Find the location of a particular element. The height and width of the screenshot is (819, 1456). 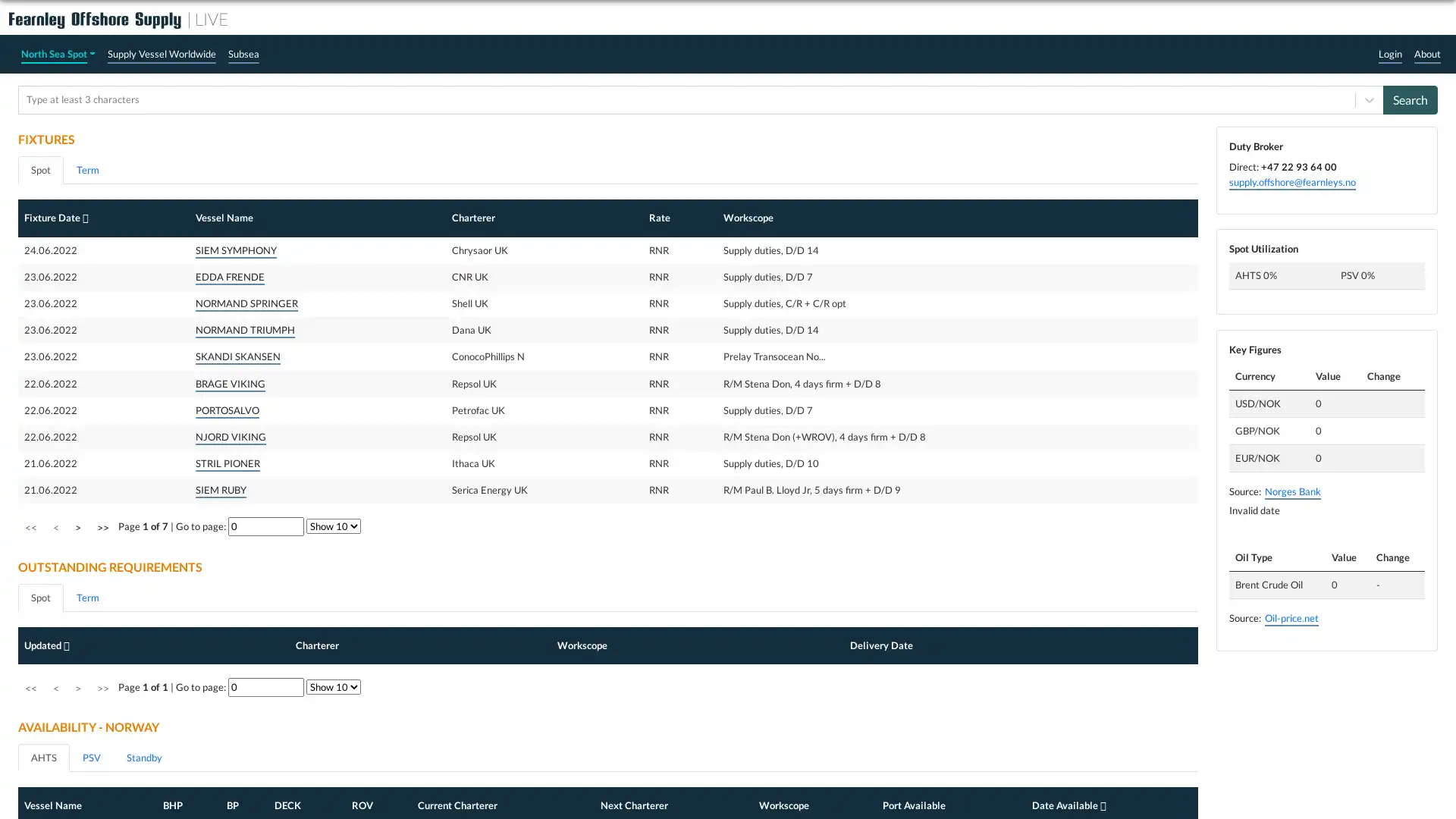

Search is located at coordinates (1410, 99).